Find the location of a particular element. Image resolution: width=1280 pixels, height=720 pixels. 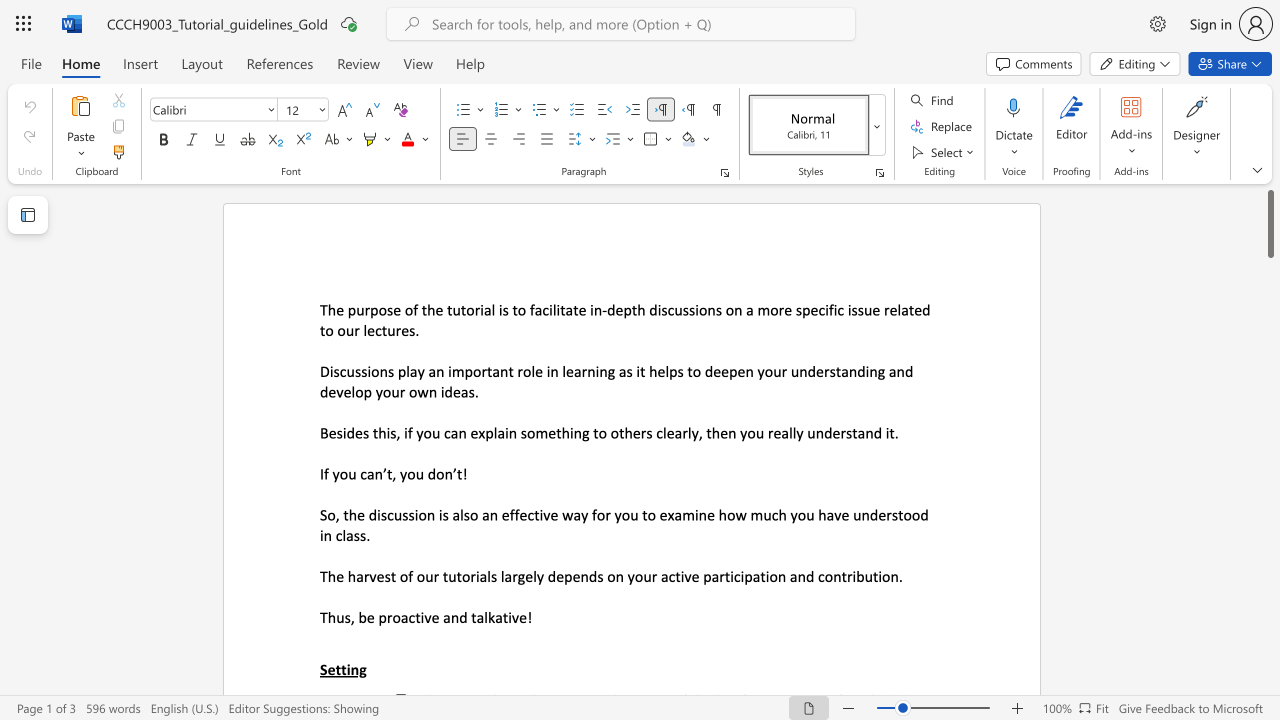

the scrollbar on the right to shift the page lower is located at coordinates (1269, 318).